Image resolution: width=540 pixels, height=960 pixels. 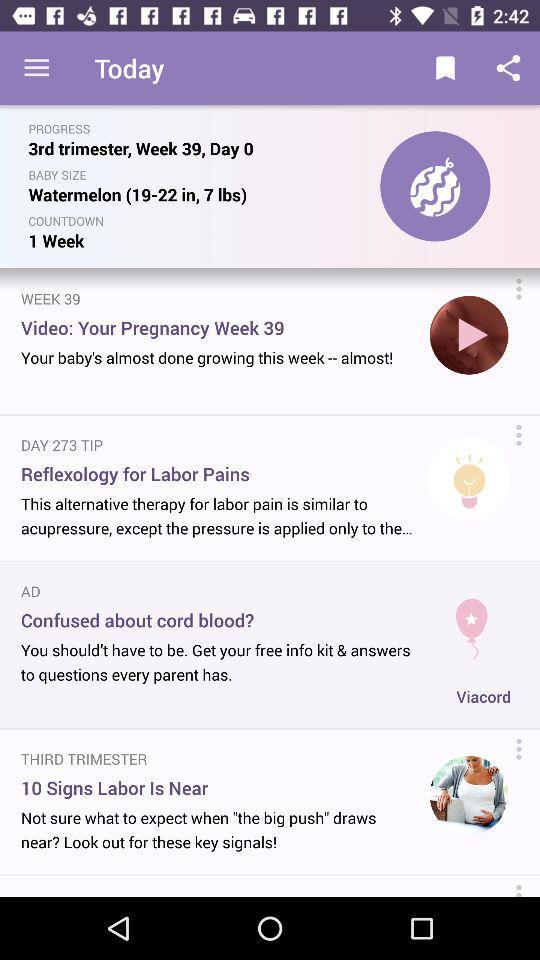 I want to click on item to the right of the ad item, so click(x=471, y=620).